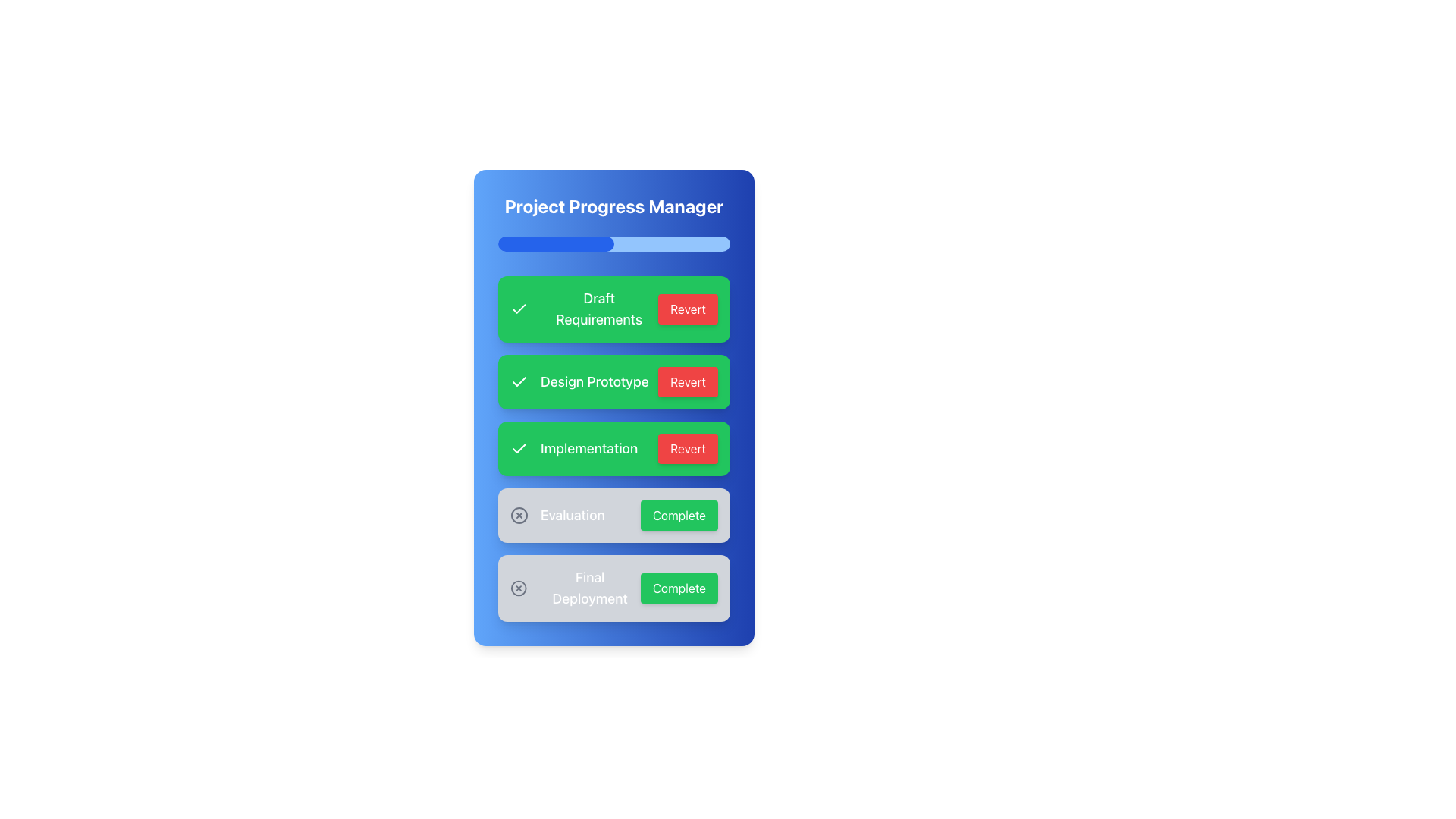 This screenshot has width=1456, height=819. I want to click on the 'Draft Requirements' text label that indicates the current step in the project progress interface, located at the top of the green tiles section, so click(583, 309).